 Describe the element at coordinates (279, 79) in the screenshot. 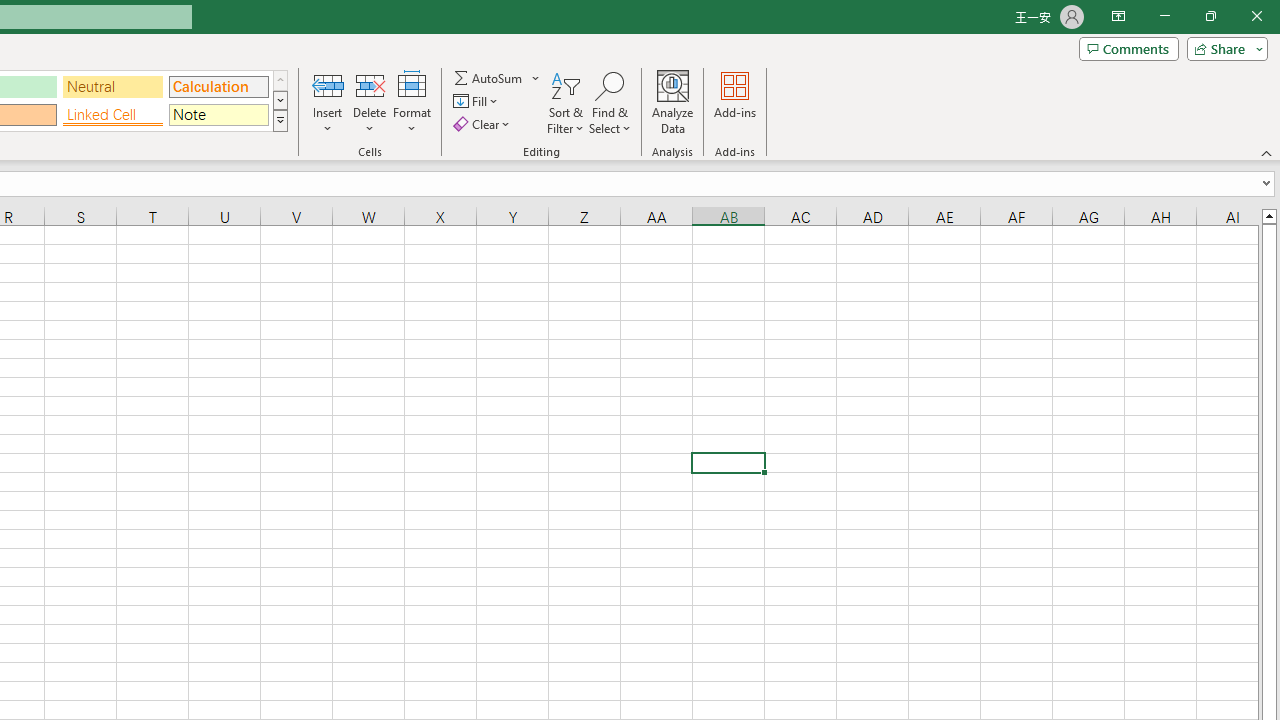

I see `'Row up'` at that location.